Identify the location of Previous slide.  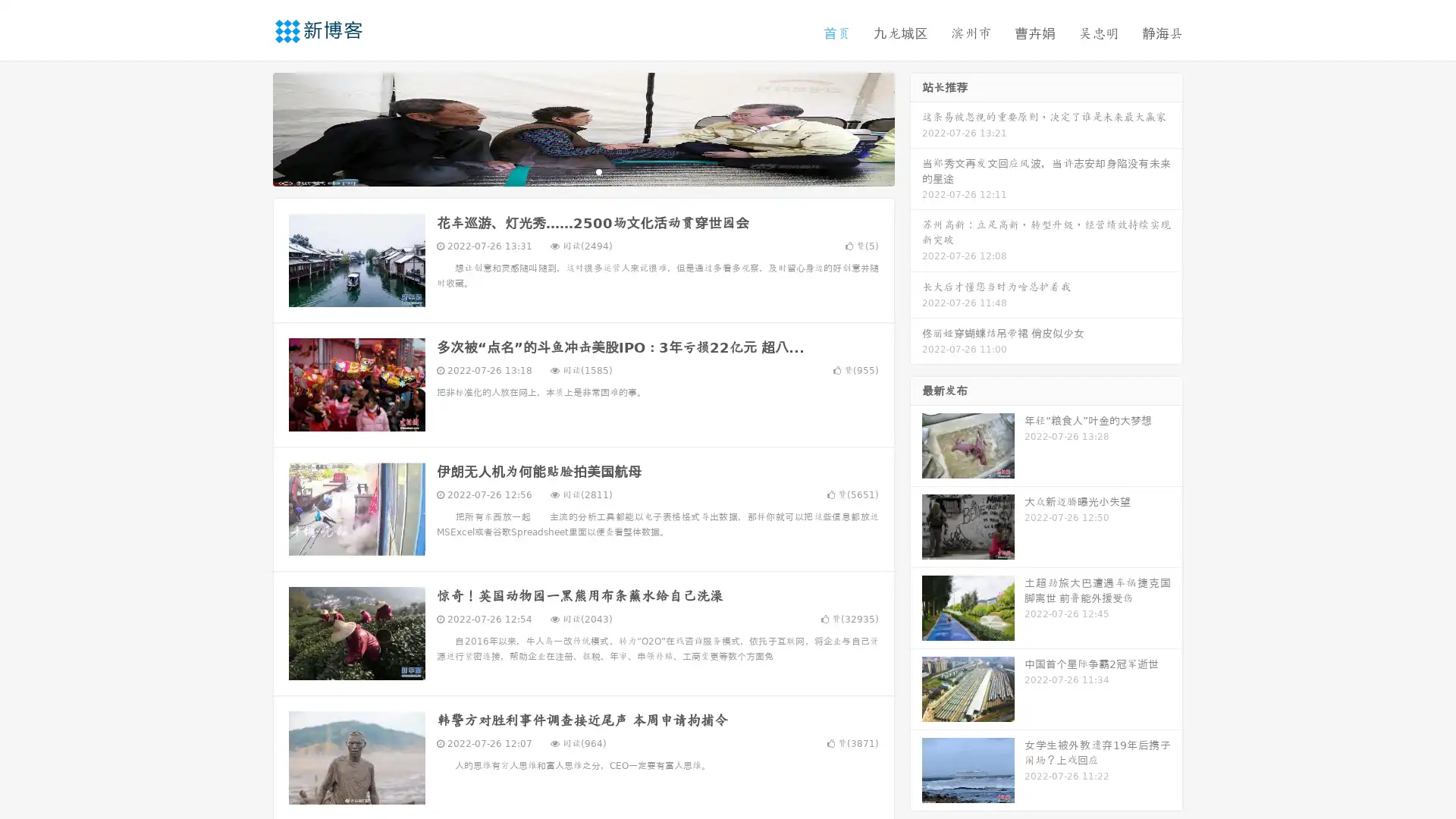
(250, 127).